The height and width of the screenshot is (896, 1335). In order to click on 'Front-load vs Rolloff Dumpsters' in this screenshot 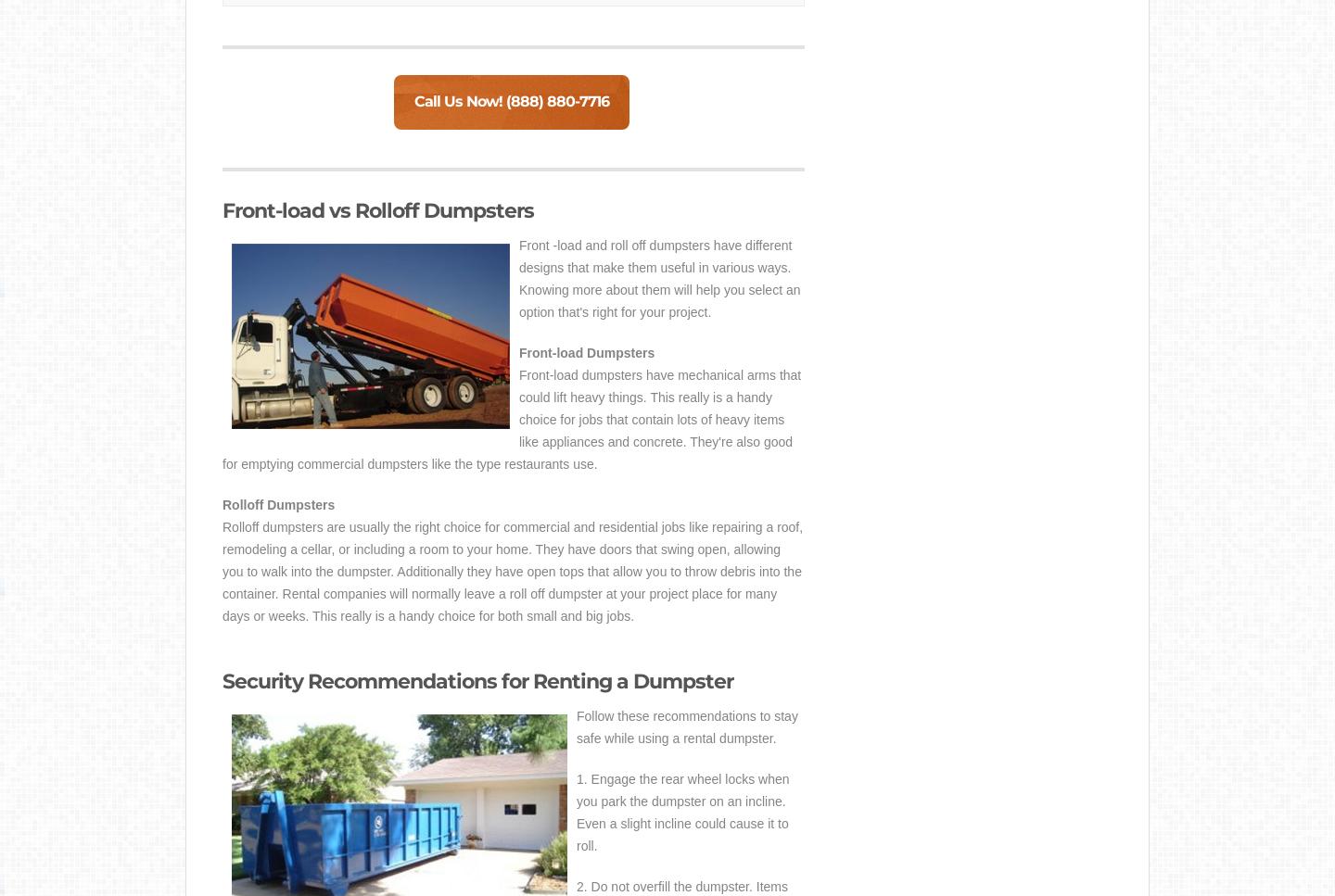, I will do `click(376, 210)`.